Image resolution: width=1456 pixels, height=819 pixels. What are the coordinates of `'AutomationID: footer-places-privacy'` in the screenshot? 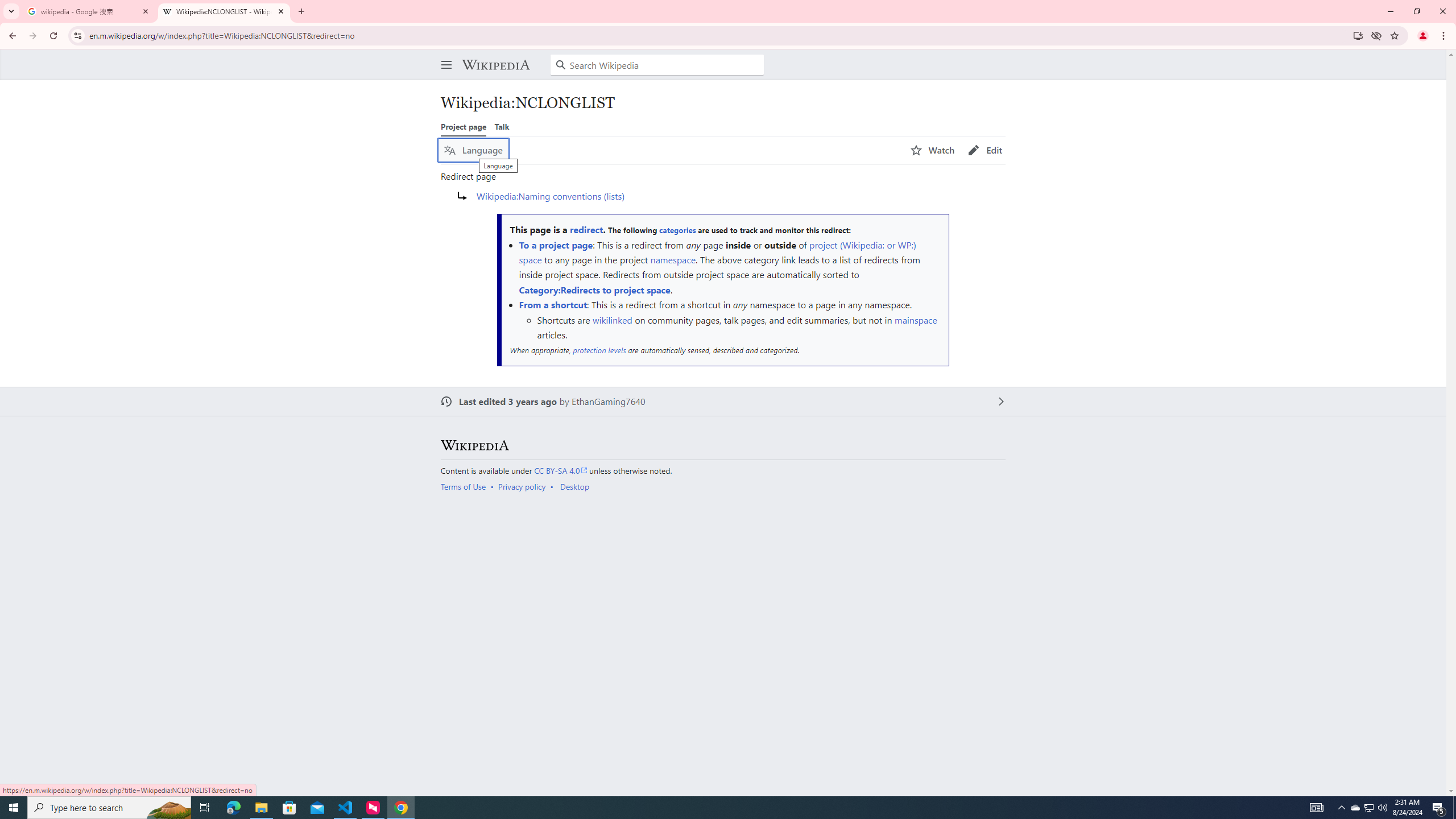 It's located at (526, 486).